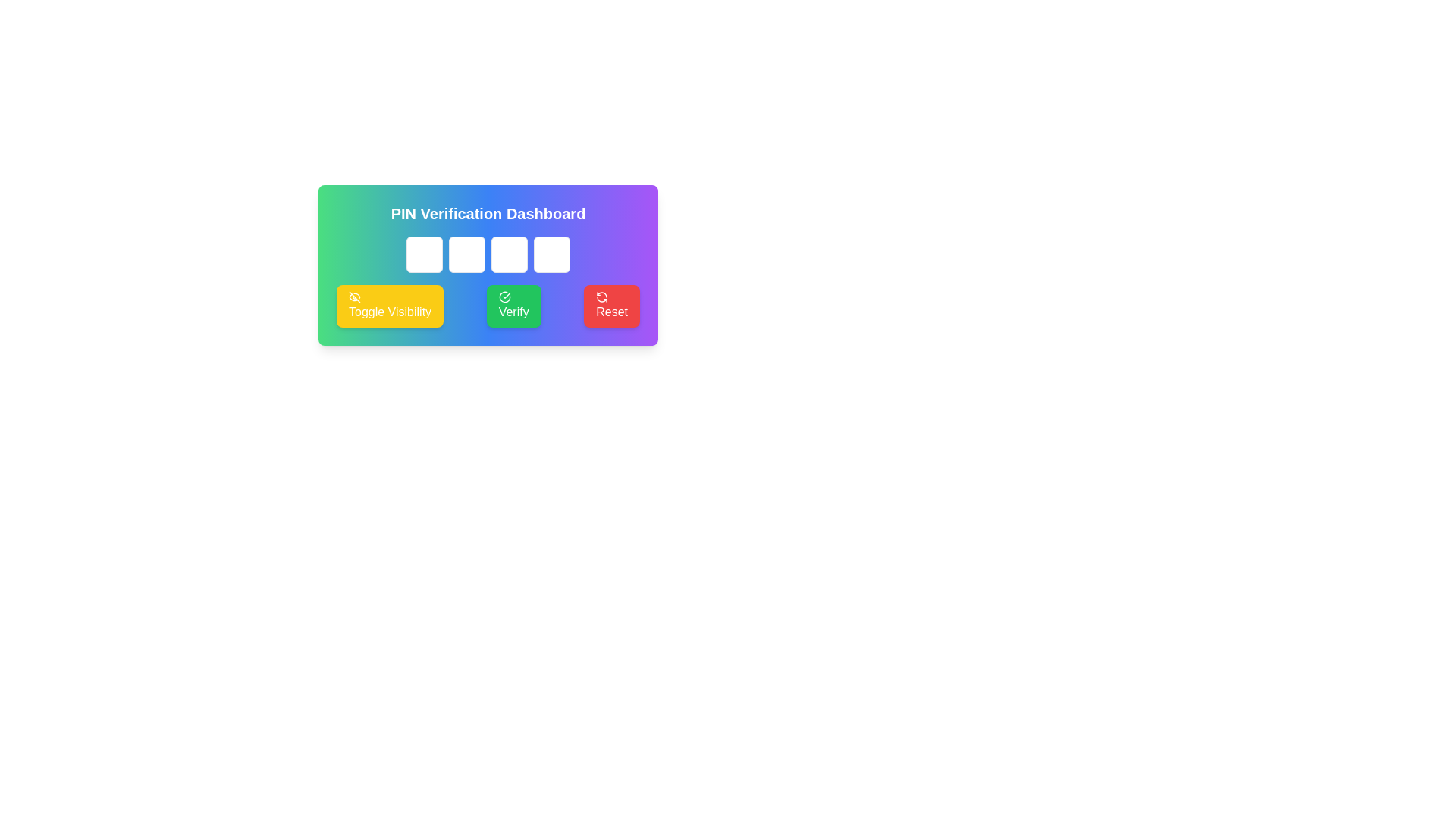 This screenshot has height=819, width=1456. Describe the element at coordinates (504, 297) in the screenshot. I see `the circular SVG icon with a green fill that represents a checkmark, located centrally within the 'Verify' button` at that location.